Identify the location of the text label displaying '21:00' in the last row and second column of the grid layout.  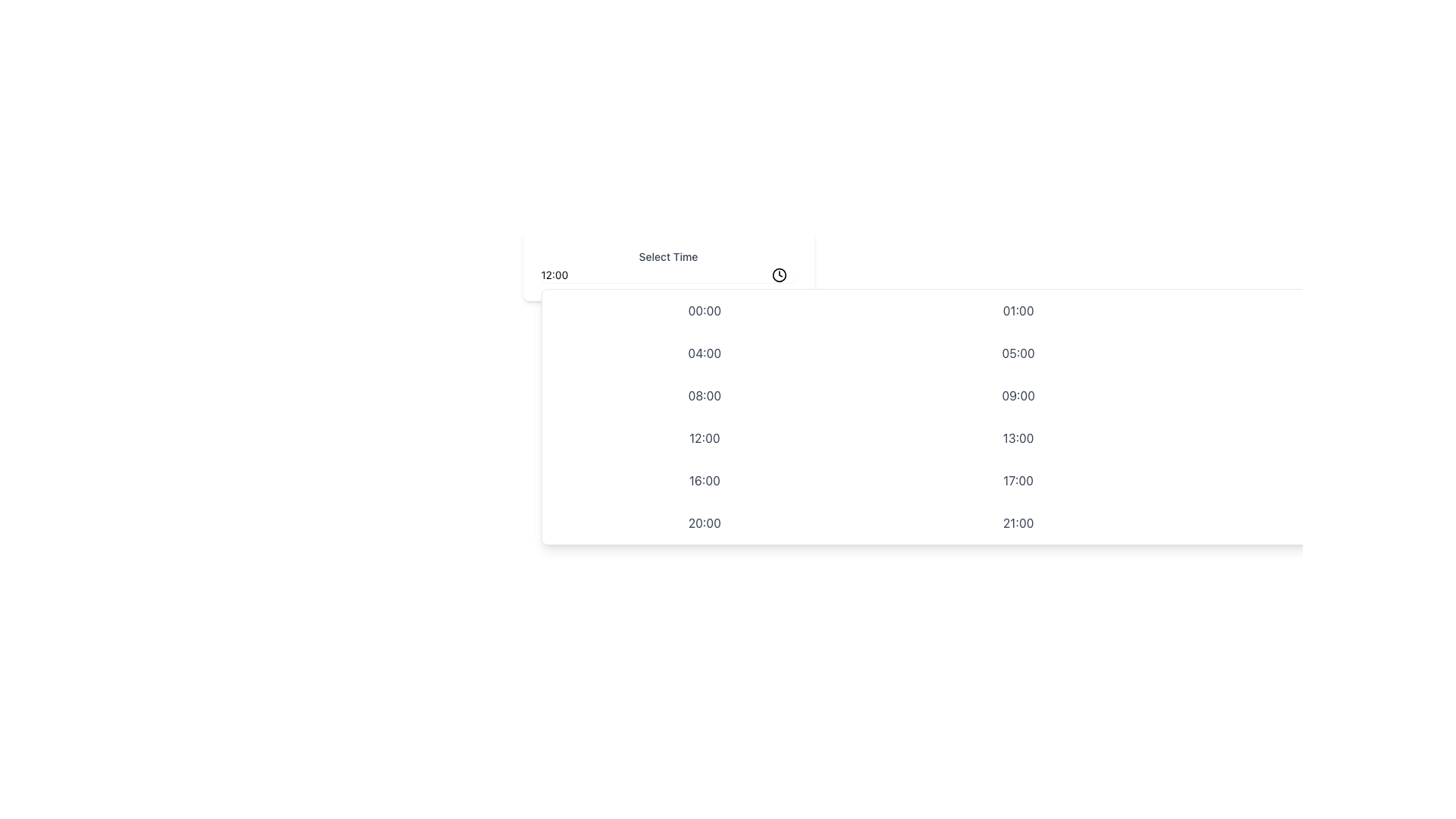
(1018, 522).